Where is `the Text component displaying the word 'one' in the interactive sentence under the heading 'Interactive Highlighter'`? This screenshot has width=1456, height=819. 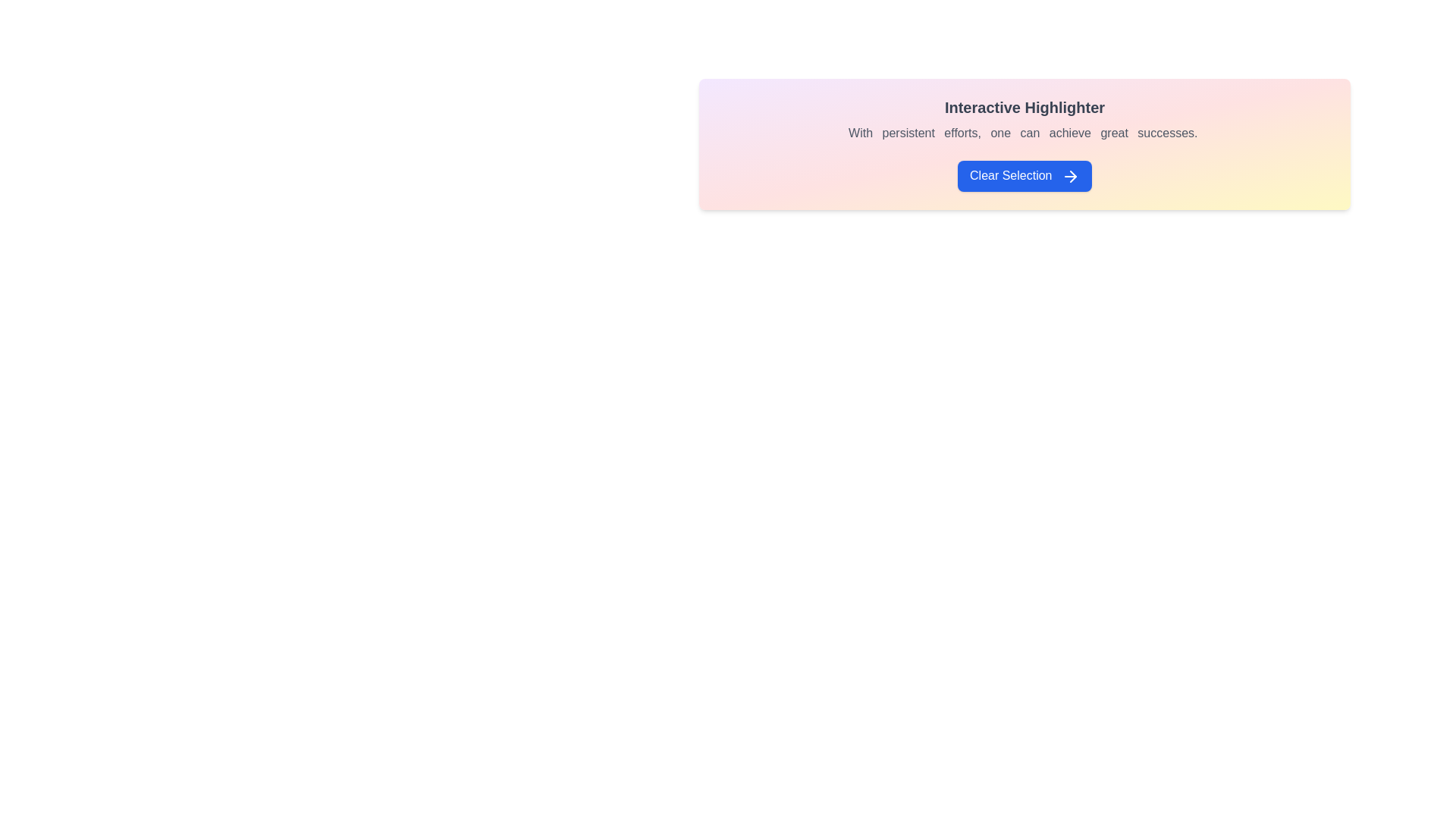 the Text component displaying the word 'one' in the interactive sentence under the heading 'Interactive Highlighter' is located at coordinates (1002, 132).